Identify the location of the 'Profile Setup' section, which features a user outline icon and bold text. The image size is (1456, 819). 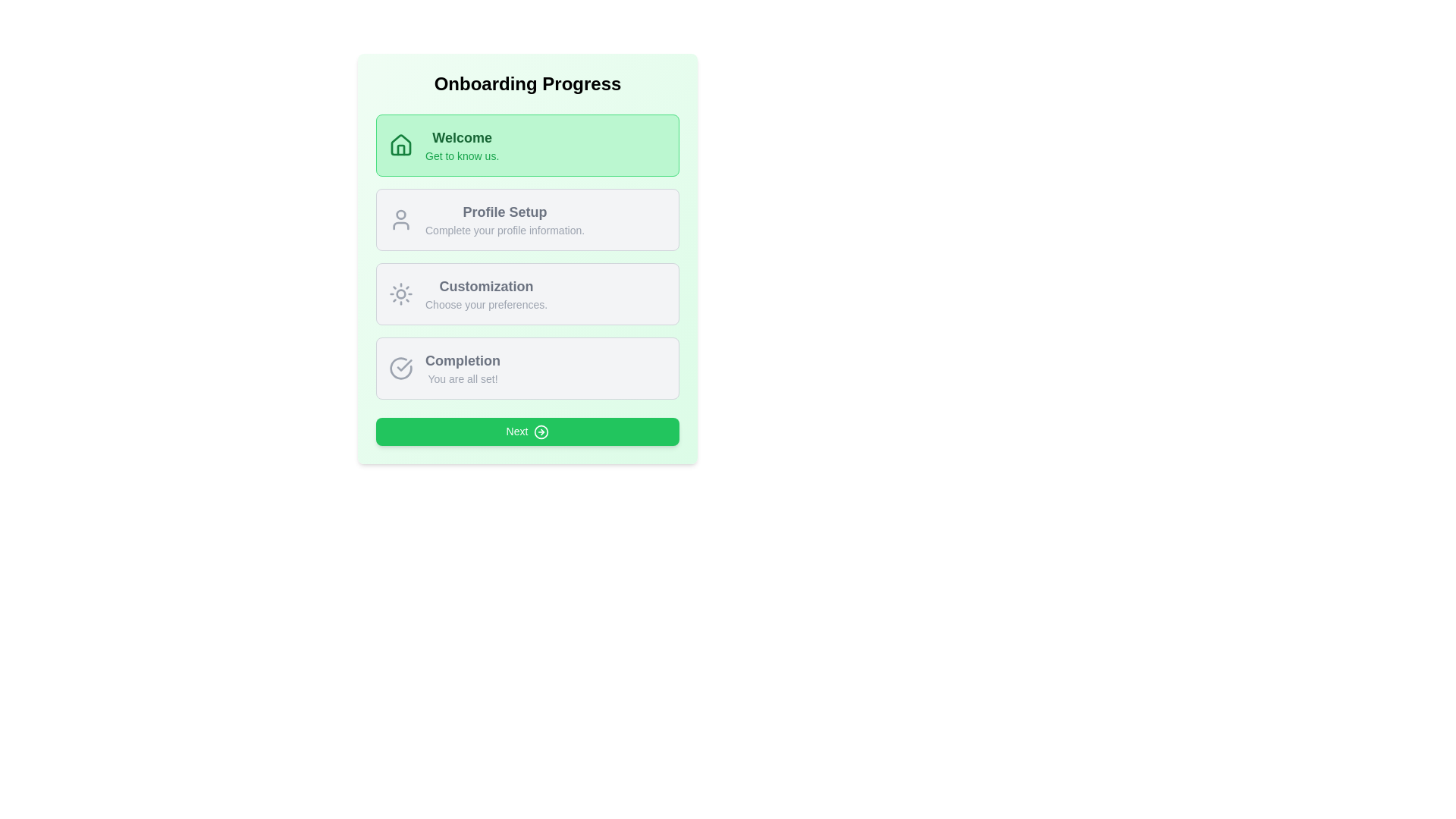
(528, 219).